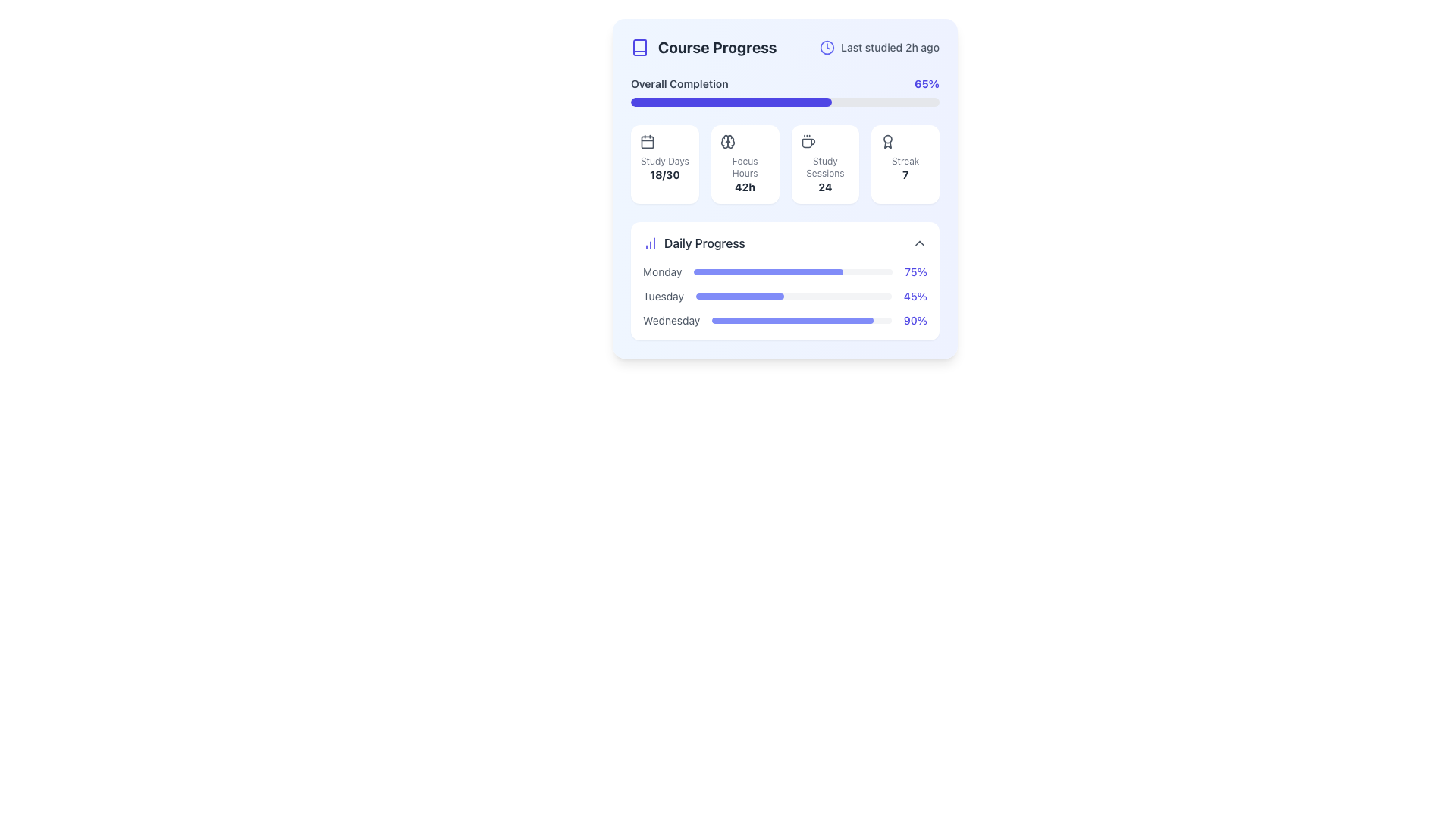  What do you see at coordinates (648, 141) in the screenshot?
I see `the inner rectangle icon within the calendar icon located to the left of the 'Study Days' text in the first card of the interface` at bounding box center [648, 141].